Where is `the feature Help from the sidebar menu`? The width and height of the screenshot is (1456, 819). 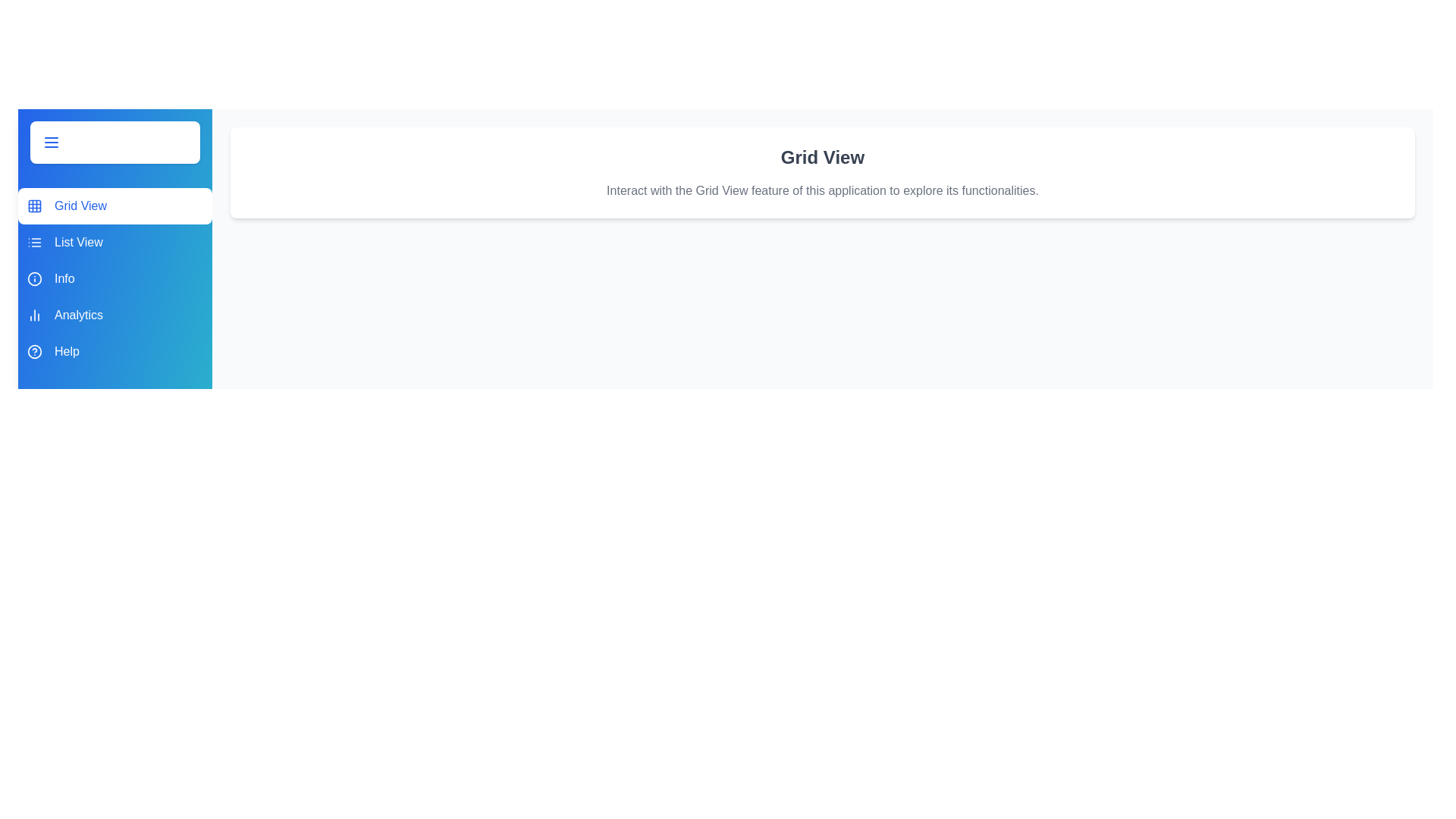 the feature Help from the sidebar menu is located at coordinates (115, 351).